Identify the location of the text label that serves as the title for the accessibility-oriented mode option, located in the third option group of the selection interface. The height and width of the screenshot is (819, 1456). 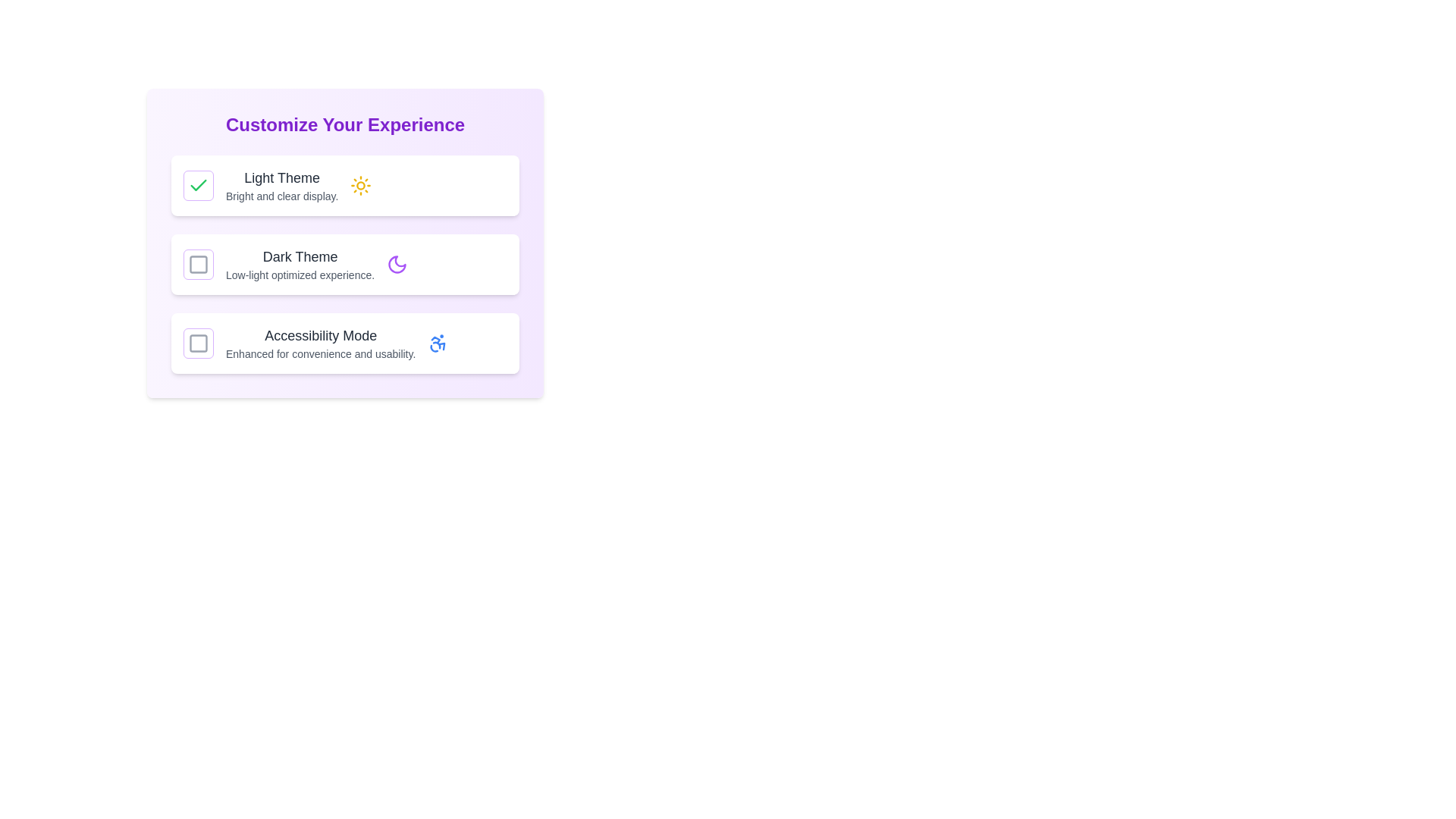
(320, 335).